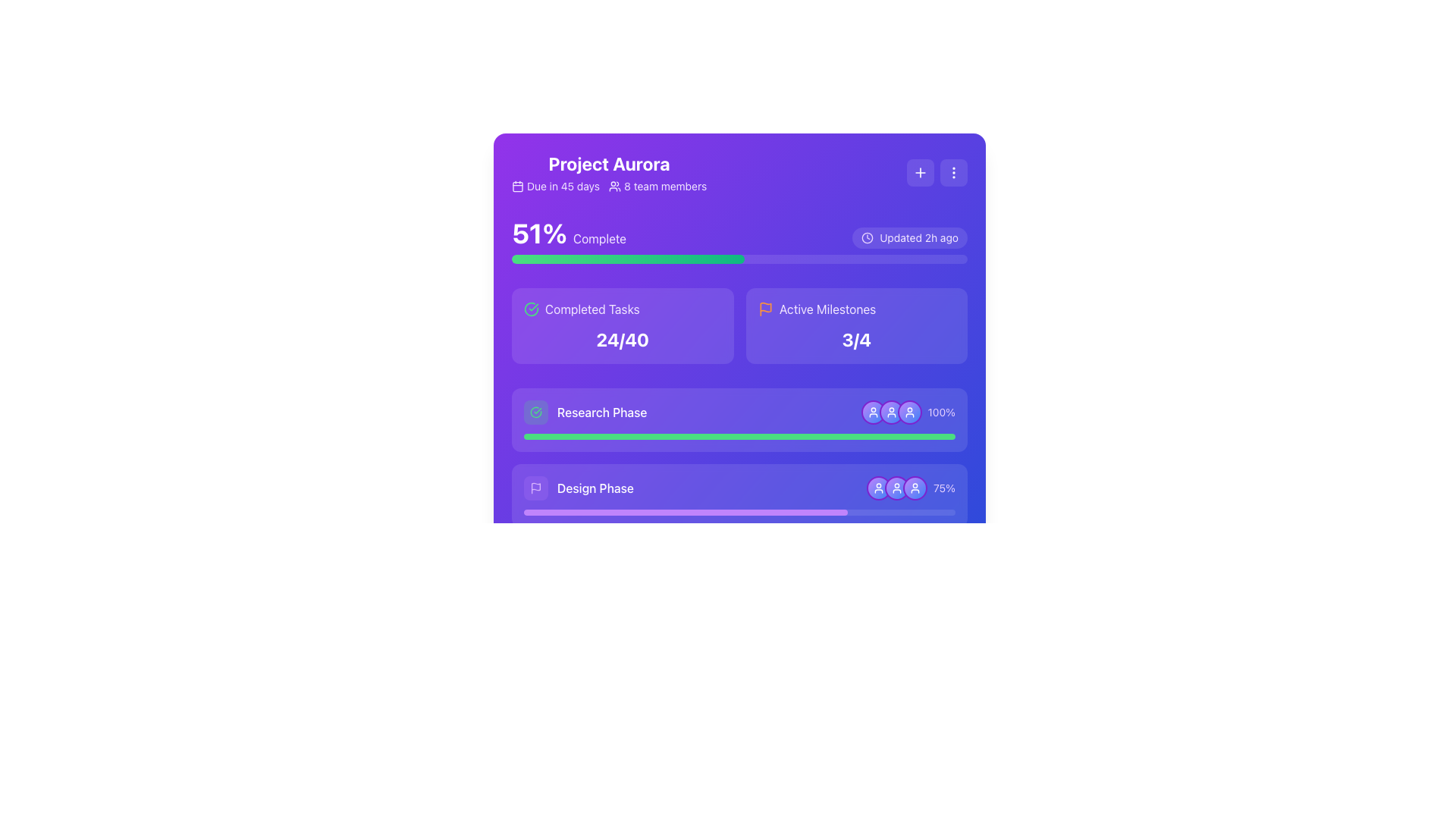  Describe the element at coordinates (623, 338) in the screenshot. I see `displayed information from the Text display that shows the progress of completed tasks versus total tasks, located beneath the 'Completed Tasks' title` at that location.